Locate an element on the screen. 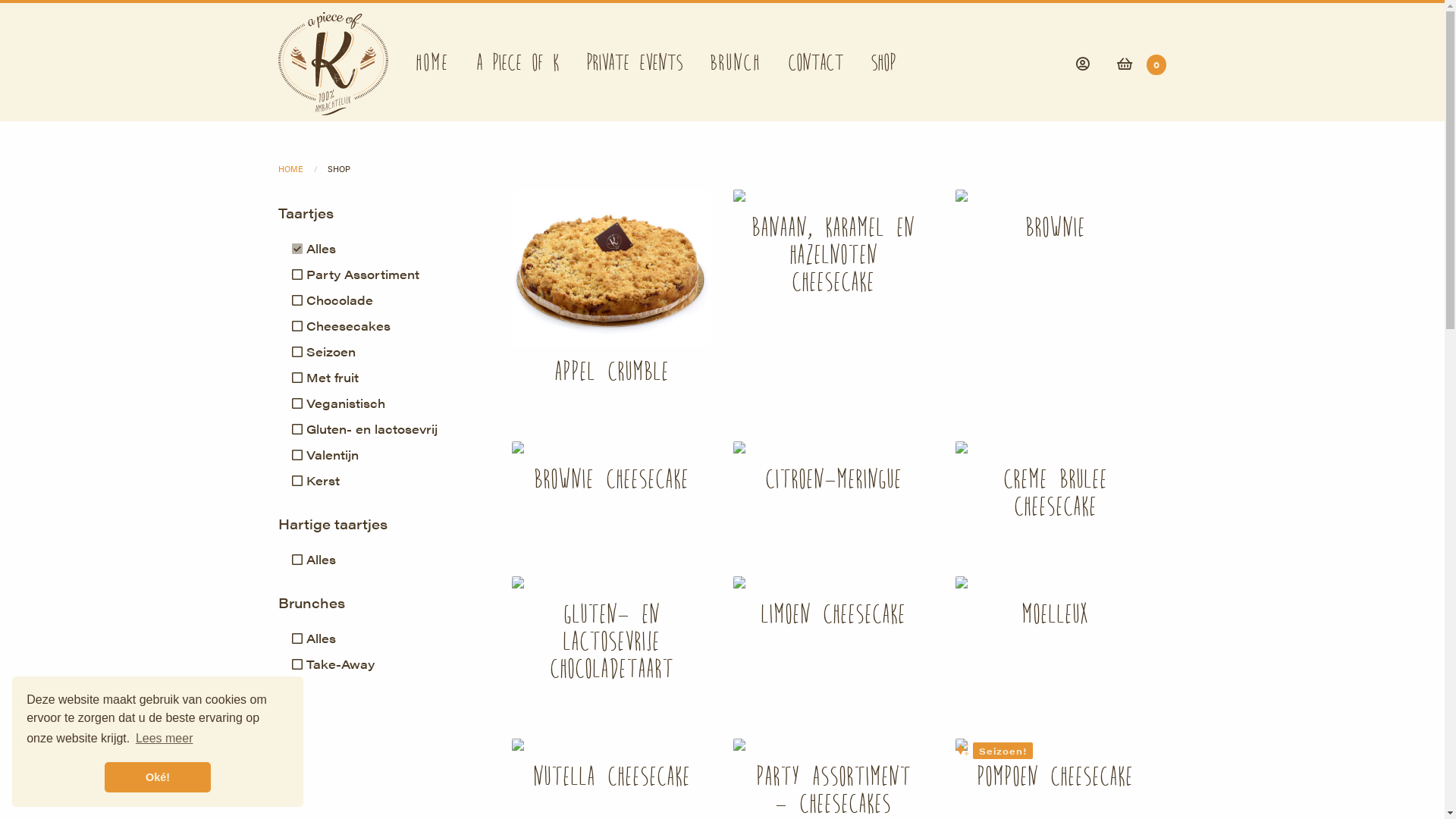 The image size is (1456, 819). 'Limoen cheesecake' is located at coordinates (733, 608).